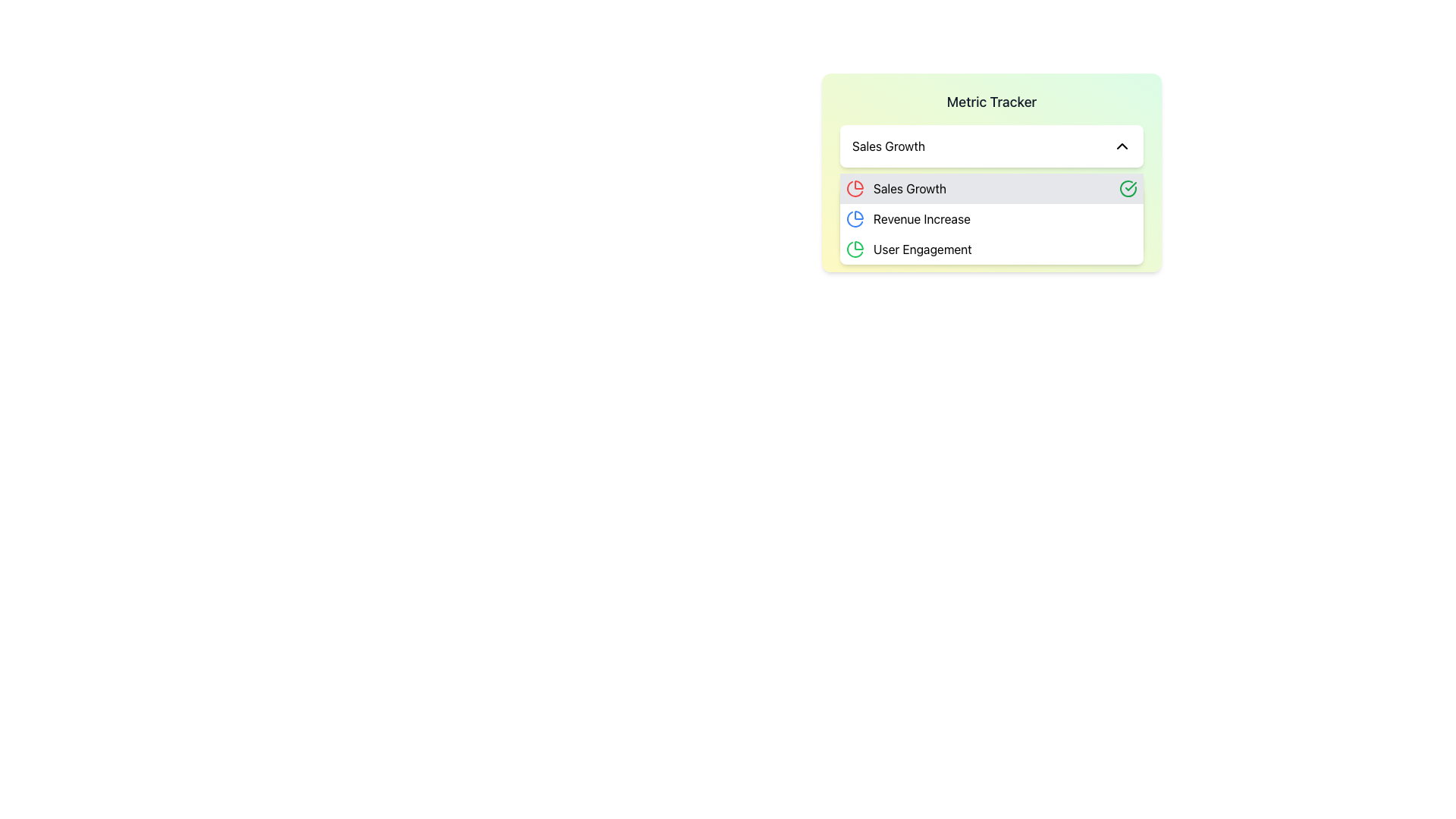  Describe the element at coordinates (992, 219) in the screenshot. I see `the 'Revenue Increase' list item in the 'Metric Tracker' dropdown menu` at that location.